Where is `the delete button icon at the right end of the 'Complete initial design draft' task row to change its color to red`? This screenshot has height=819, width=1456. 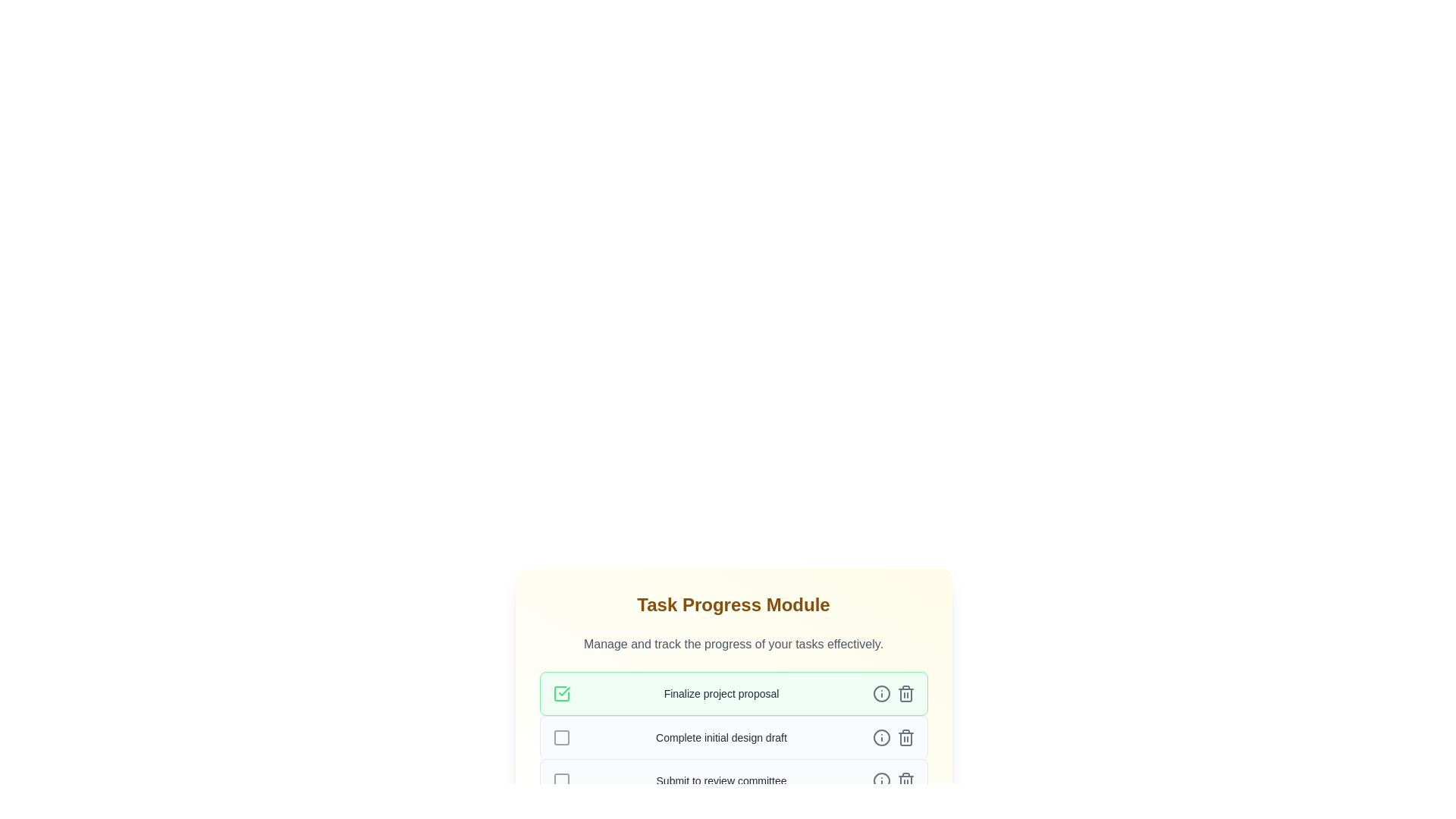
the delete button icon at the right end of the 'Complete initial design draft' task row to change its color to red is located at coordinates (905, 736).